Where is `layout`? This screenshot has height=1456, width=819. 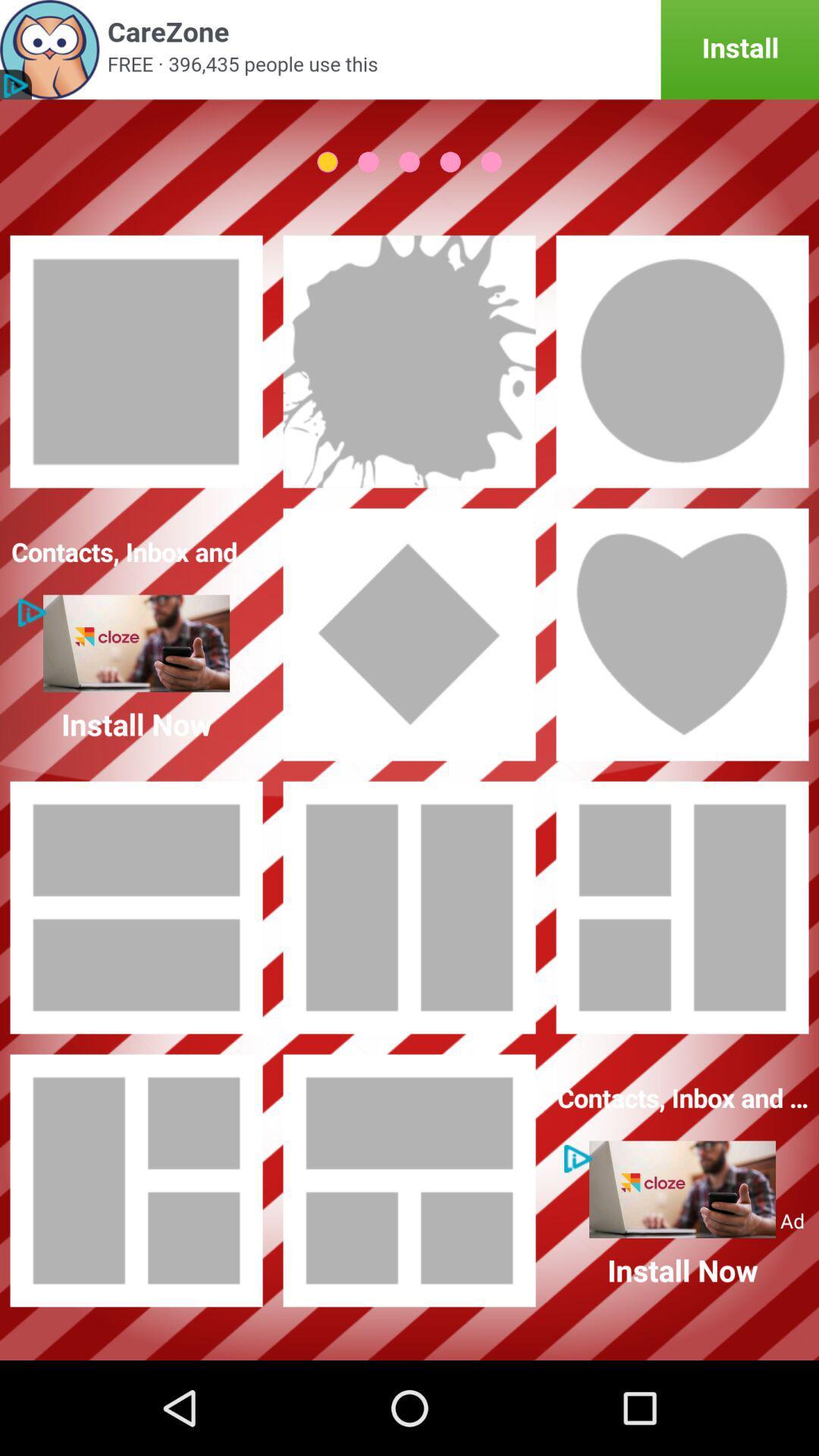
layout is located at coordinates (681, 634).